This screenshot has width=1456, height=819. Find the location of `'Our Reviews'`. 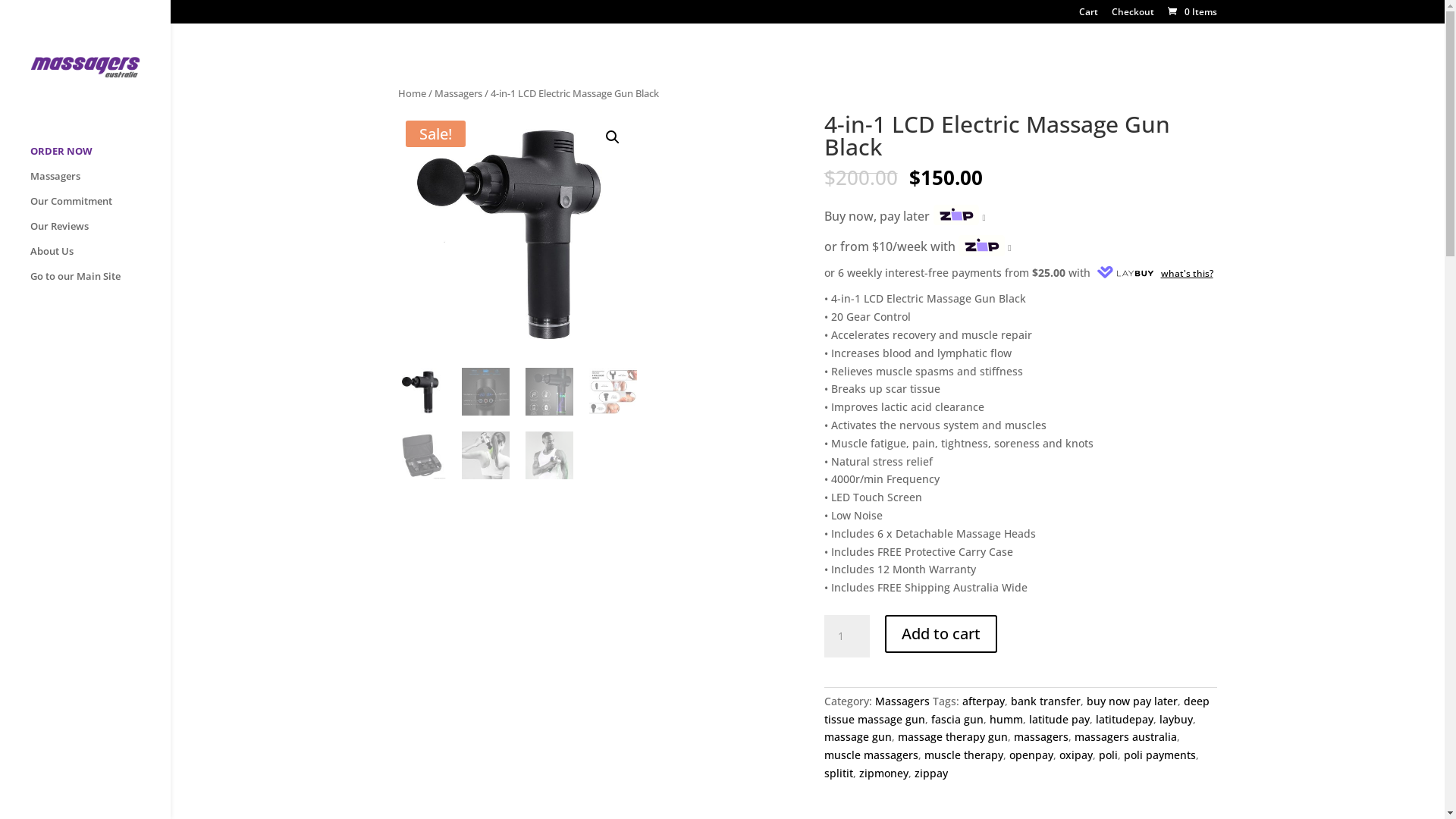

'Our Reviews' is located at coordinates (99, 233).